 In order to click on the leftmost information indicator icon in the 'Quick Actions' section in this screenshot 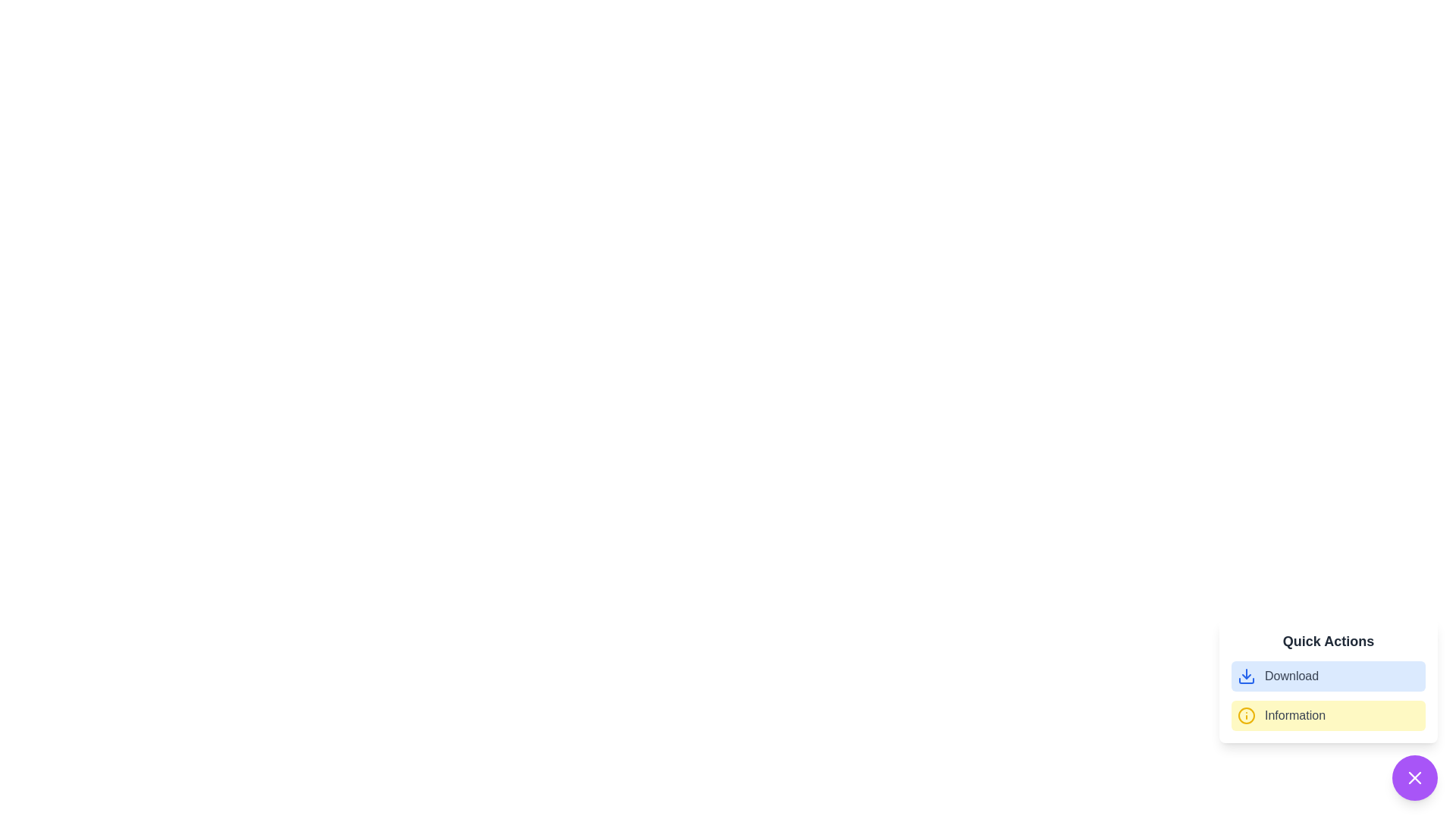, I will do `click(1246, 716)`.